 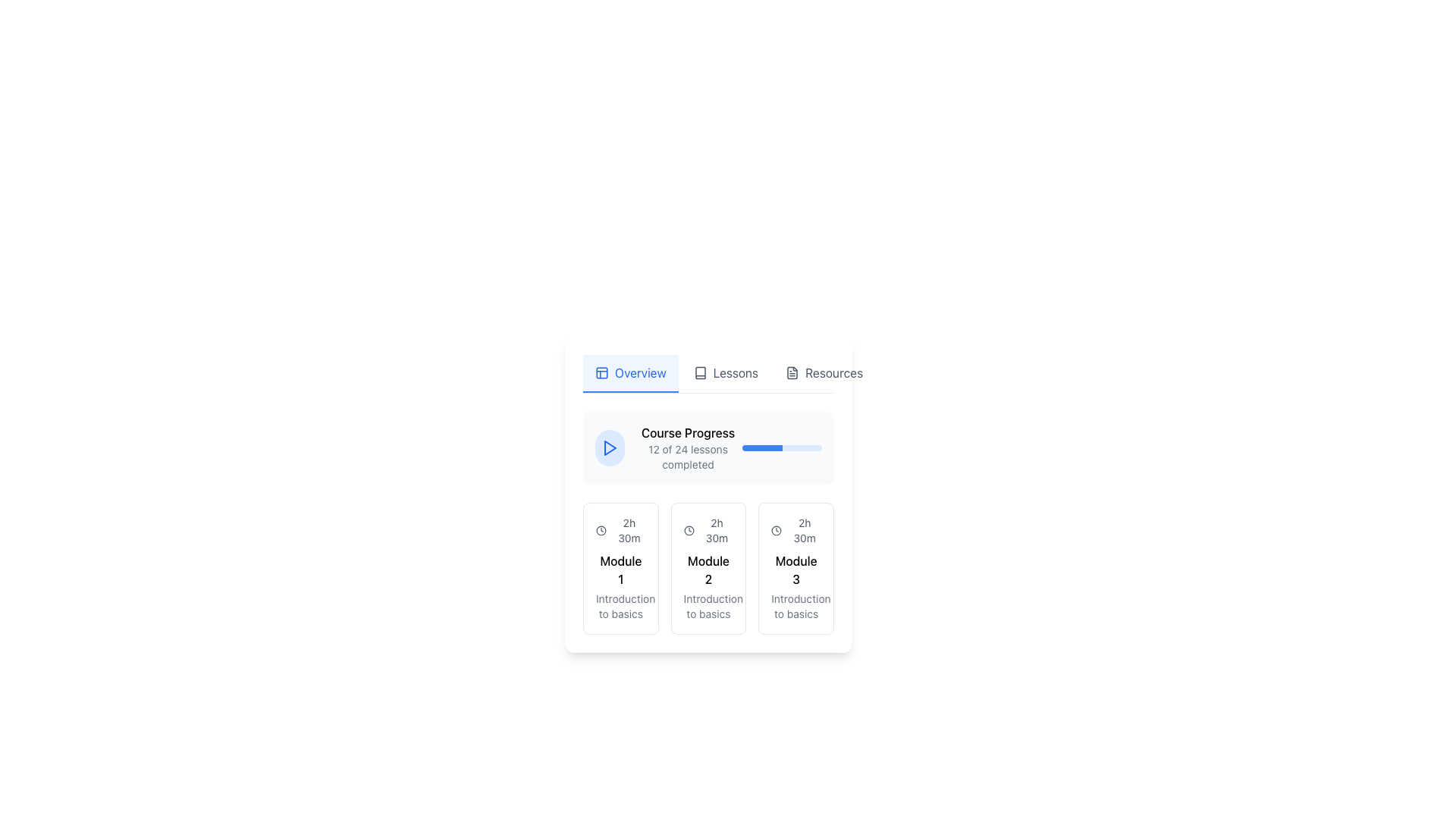 What do you see at coordinates (687, 447) in the screenshot?
I see `progress summary indicator text displaying the completed and total lessons count, located in the upper part of the educational module dashboard, aligned right to the circular play icon` at bounding box center [687, 447].